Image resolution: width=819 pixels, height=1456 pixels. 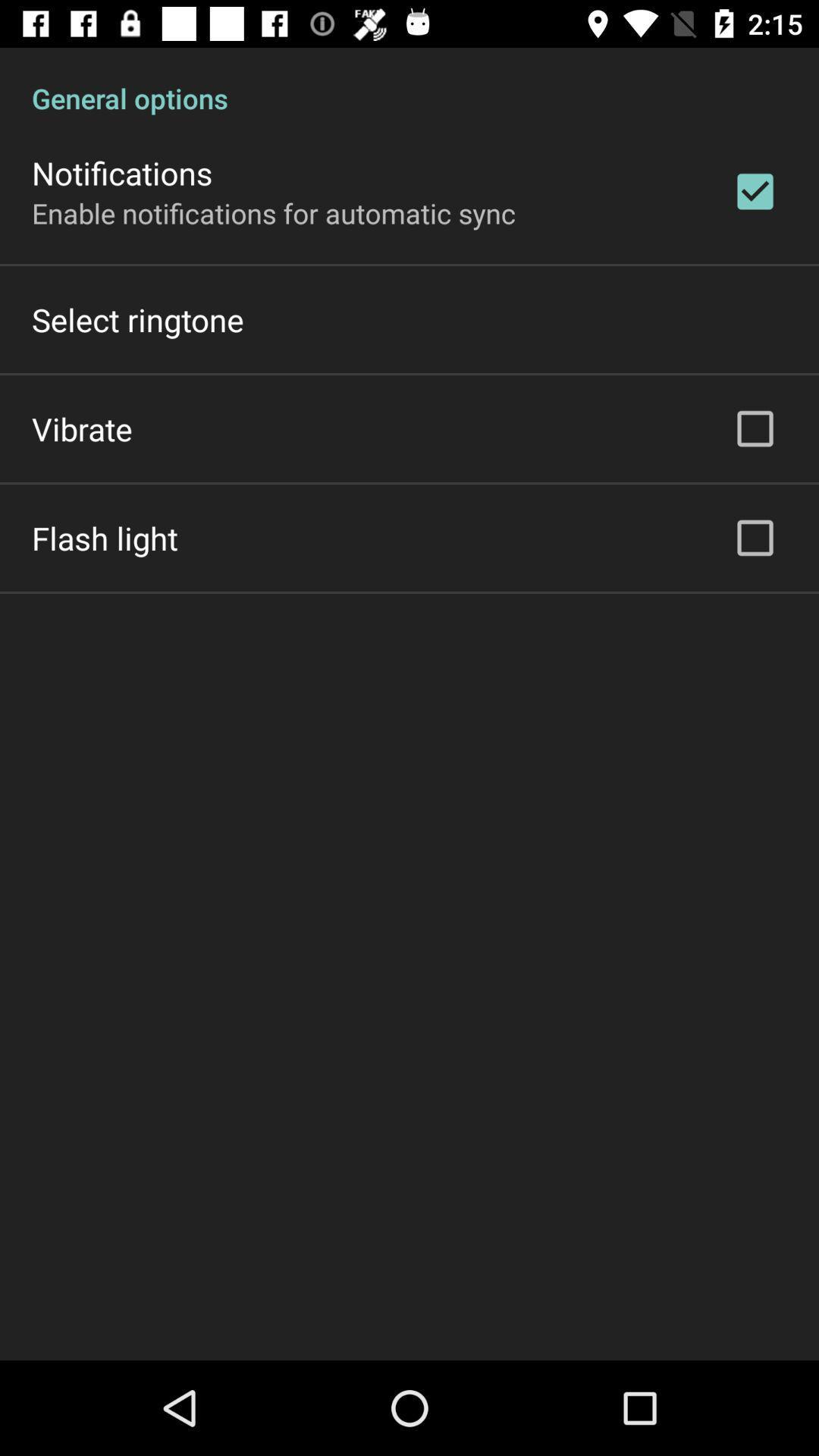 I want to click on vibrate item, so click(x=82, y=428).